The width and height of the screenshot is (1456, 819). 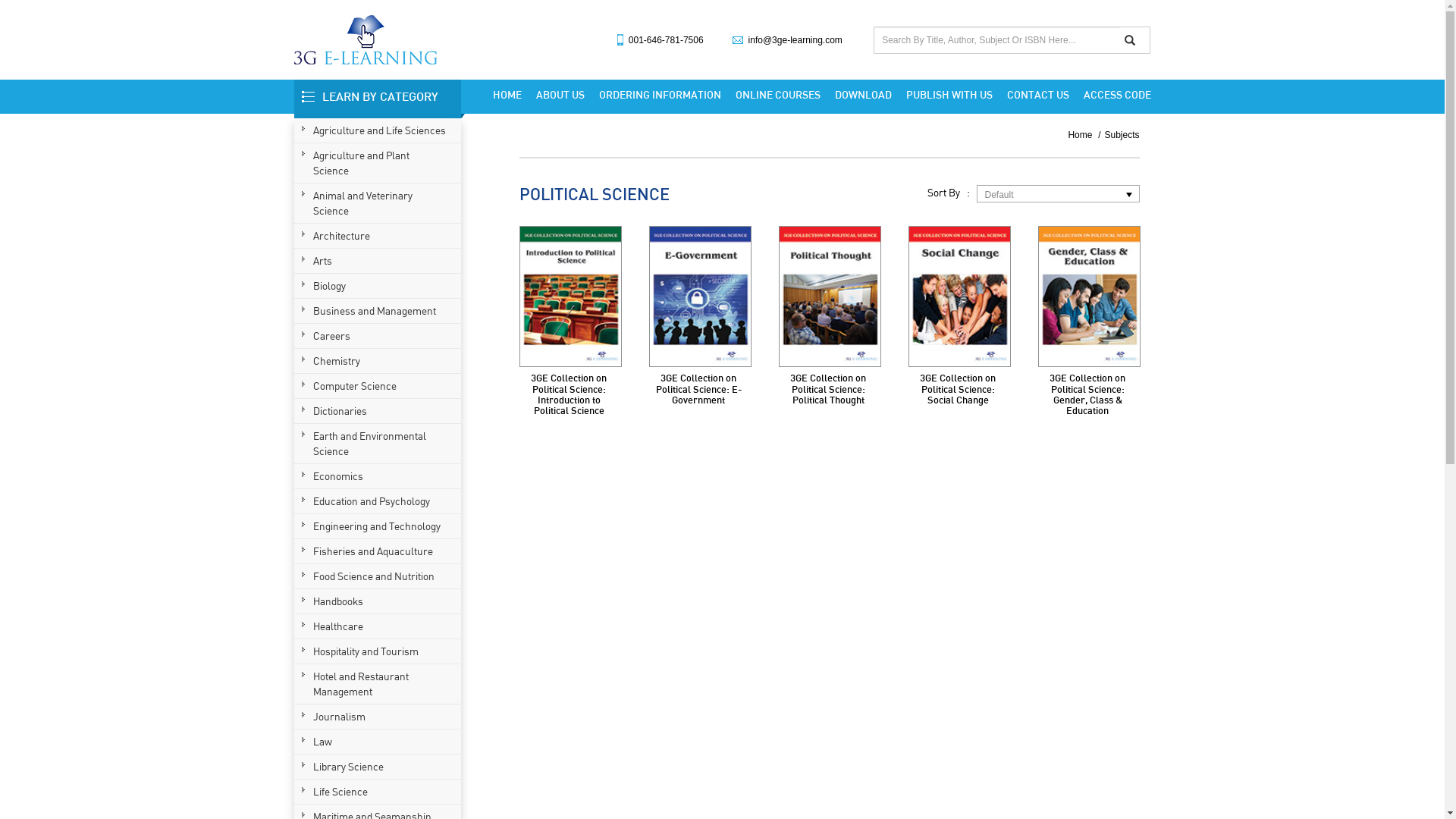 I want to click on 'Healthcare', so click(x=378, y=626).